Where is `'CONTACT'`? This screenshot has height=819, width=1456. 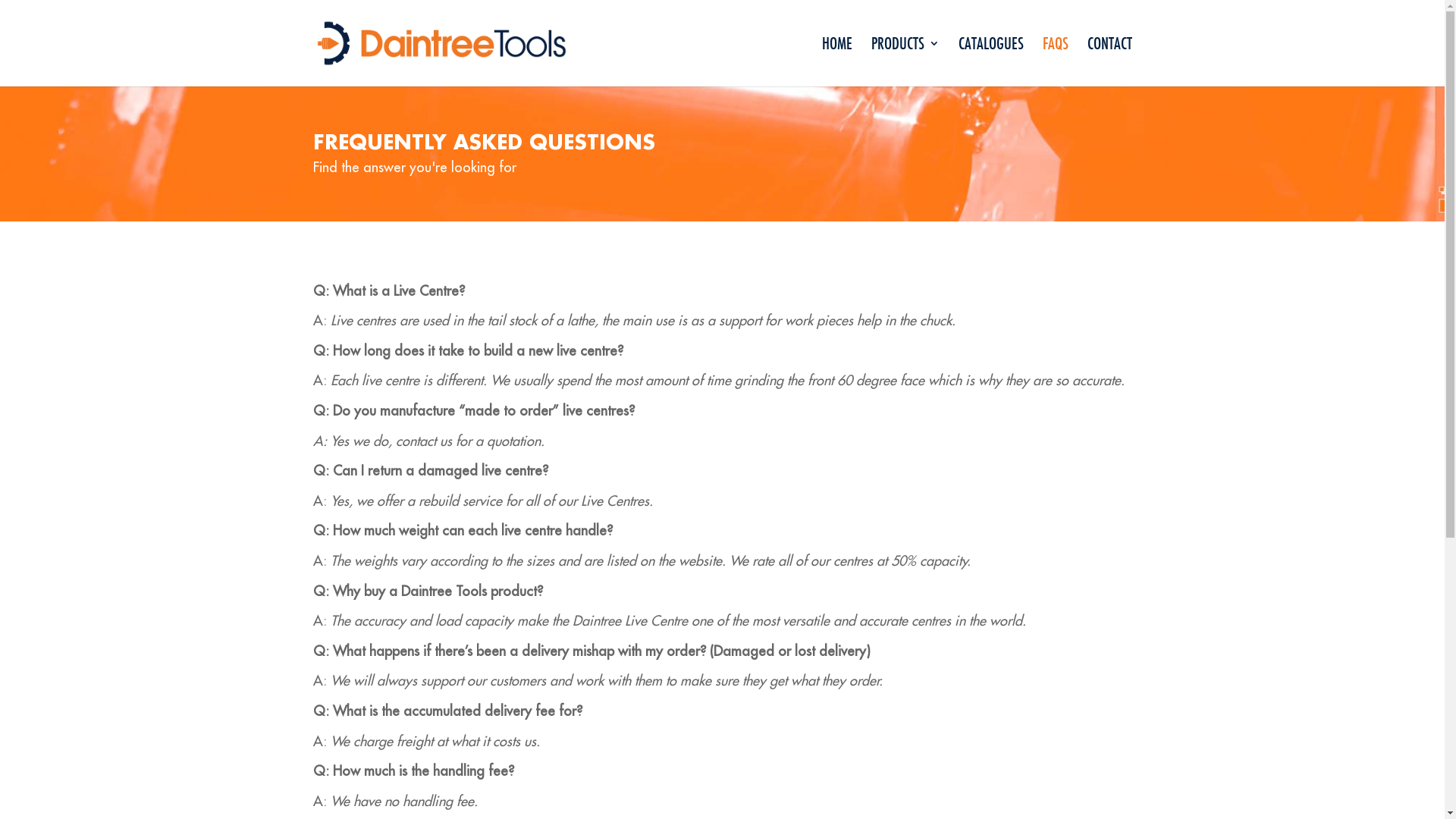 'CONTACT' is located at coordinates (1109, 61).